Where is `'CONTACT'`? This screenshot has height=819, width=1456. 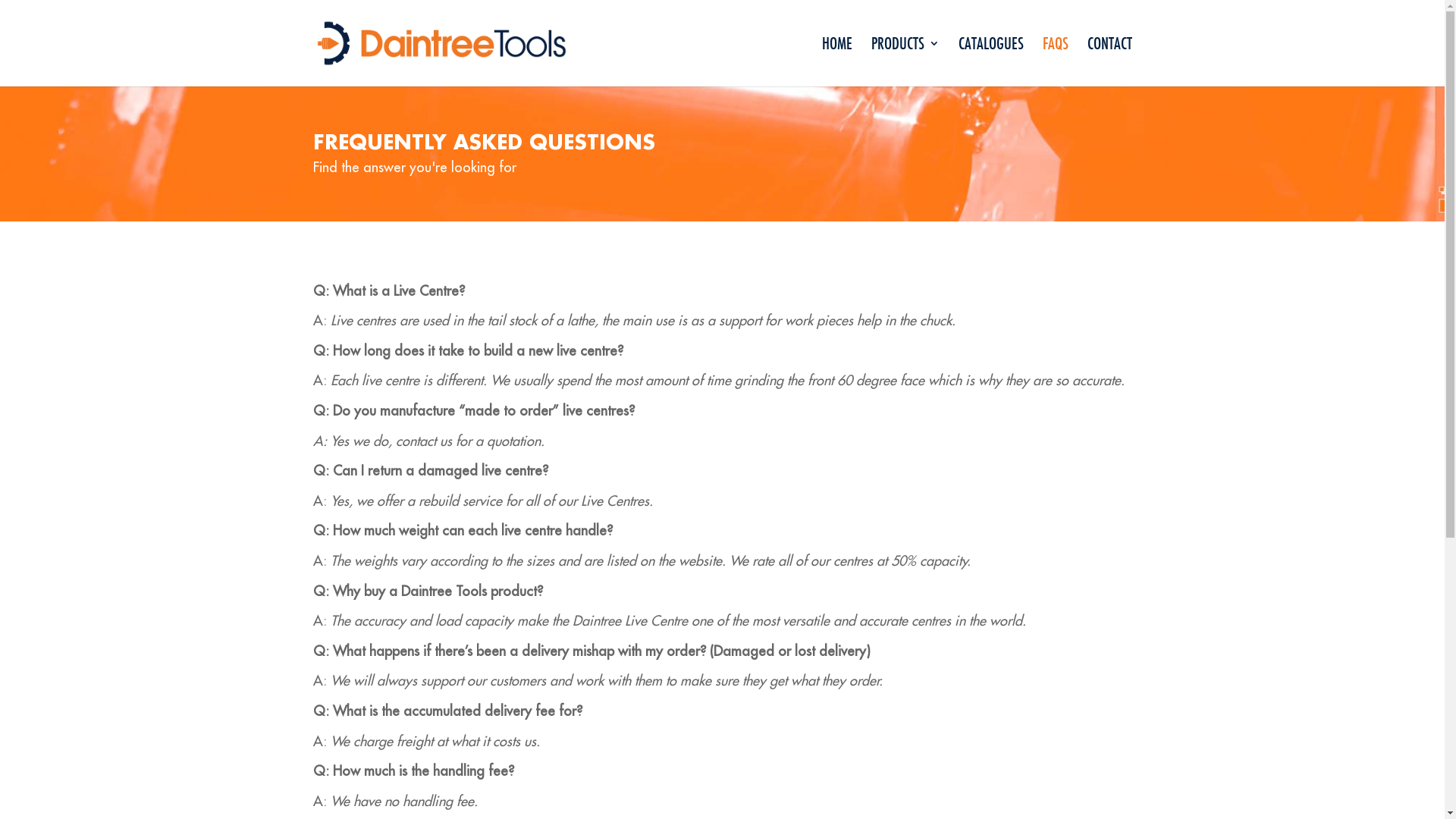 'CONTACT' is located at coordinates (1109, 61).